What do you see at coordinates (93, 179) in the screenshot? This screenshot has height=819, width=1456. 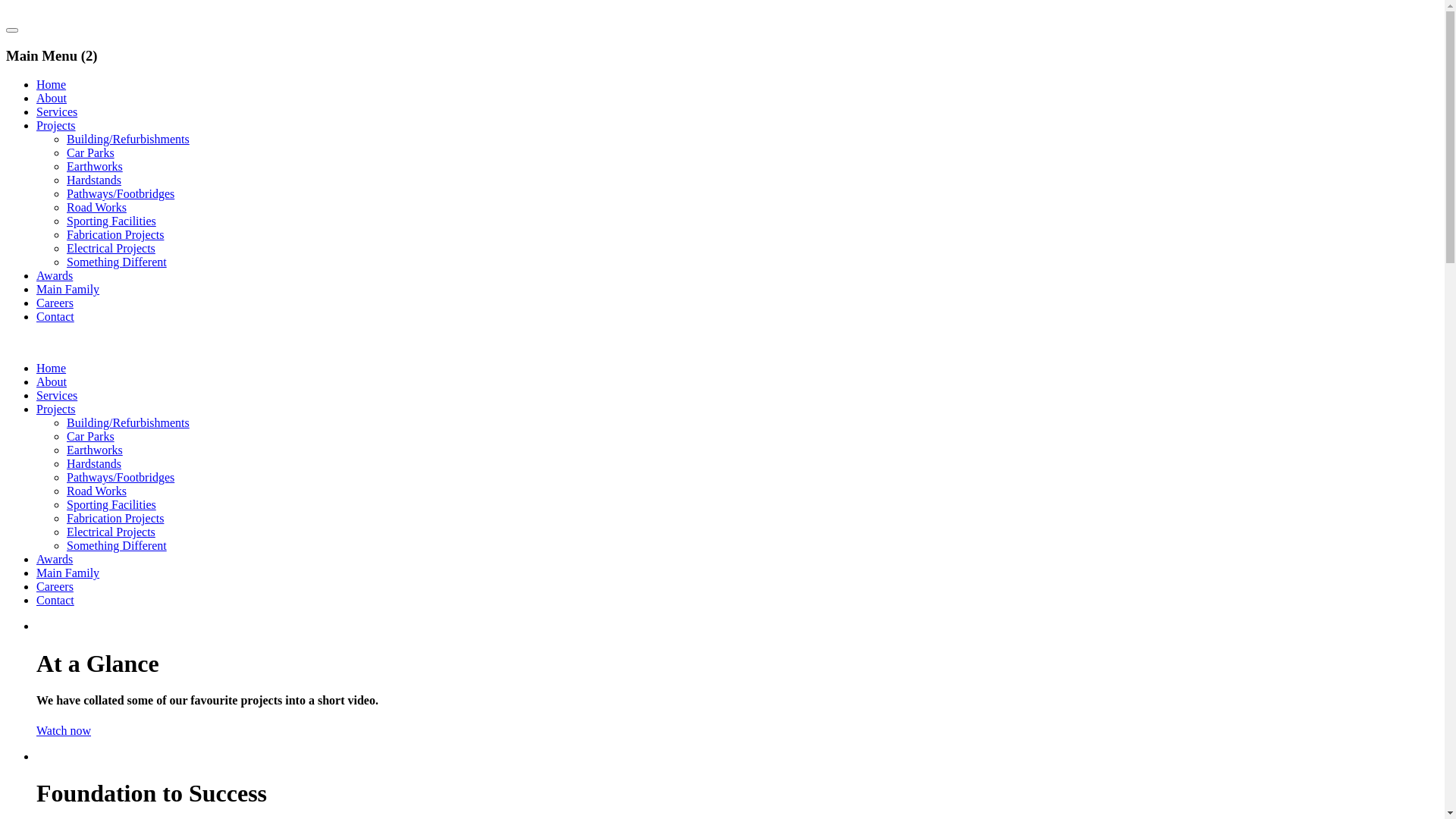 I see `'Hardstands'` at bounding box center [93, 179].